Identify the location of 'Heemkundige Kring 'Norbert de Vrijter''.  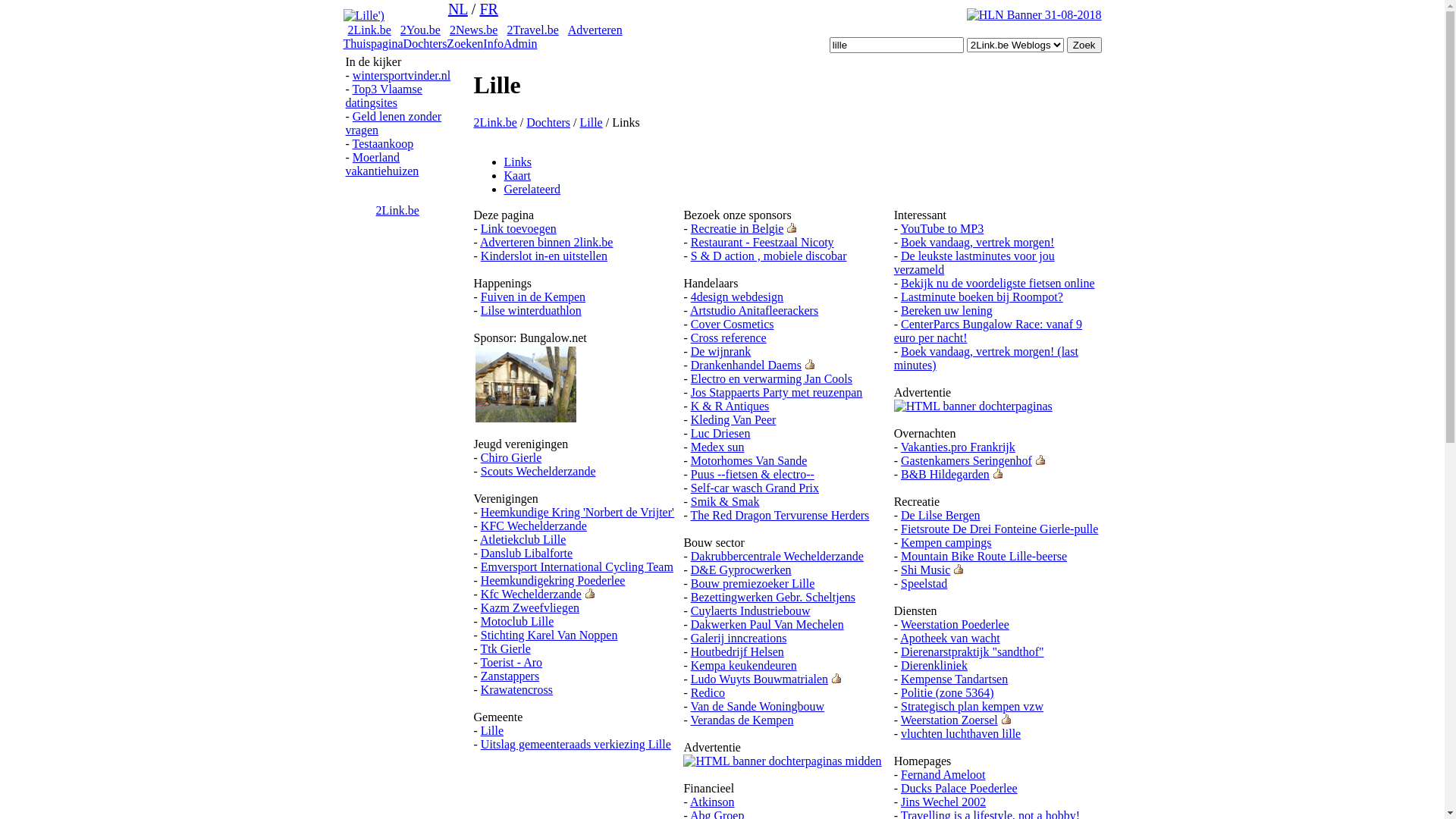
(576, 512).